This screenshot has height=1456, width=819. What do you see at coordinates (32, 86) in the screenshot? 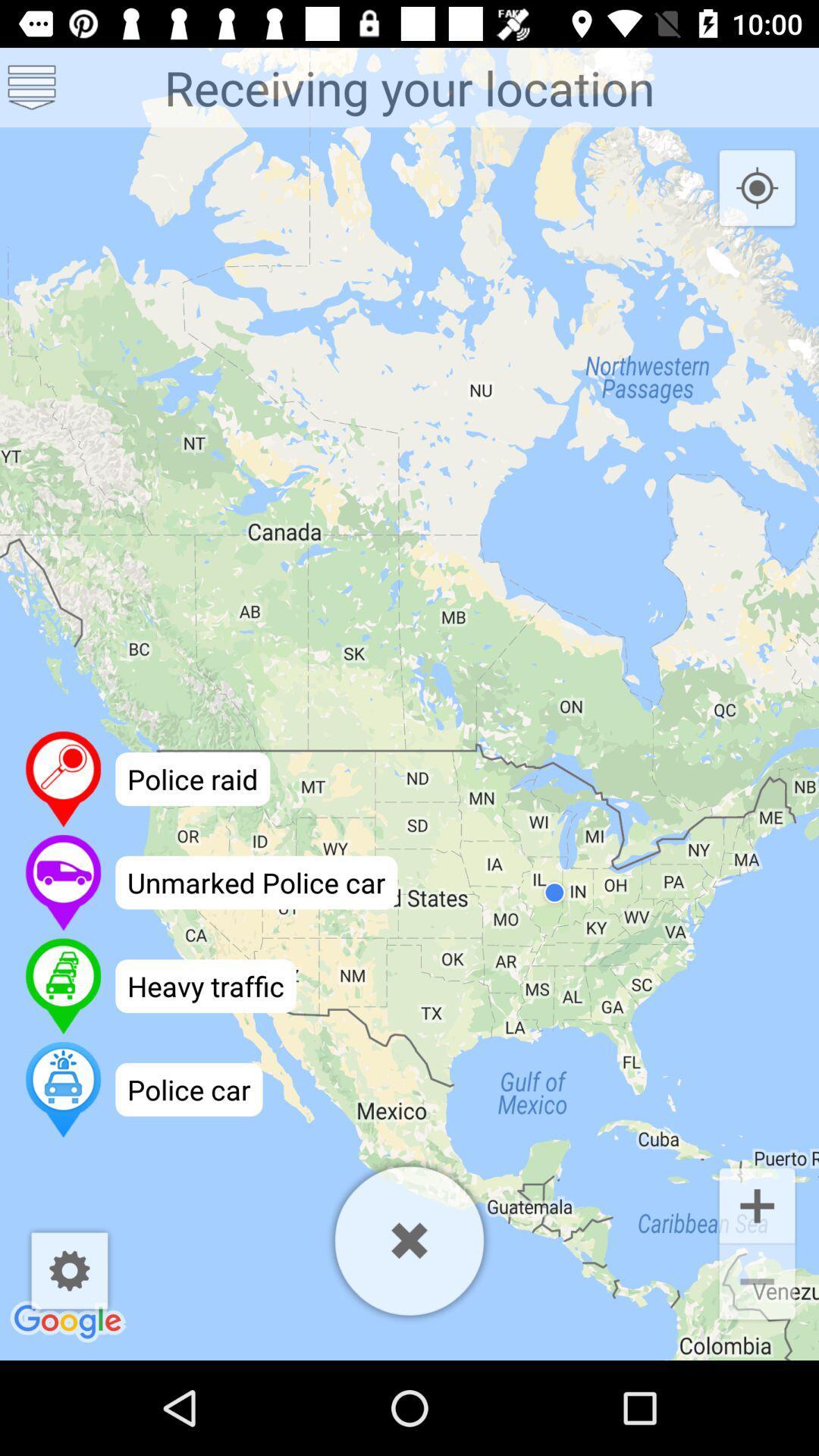
I see `see more options` at bounding box center [32, 86].